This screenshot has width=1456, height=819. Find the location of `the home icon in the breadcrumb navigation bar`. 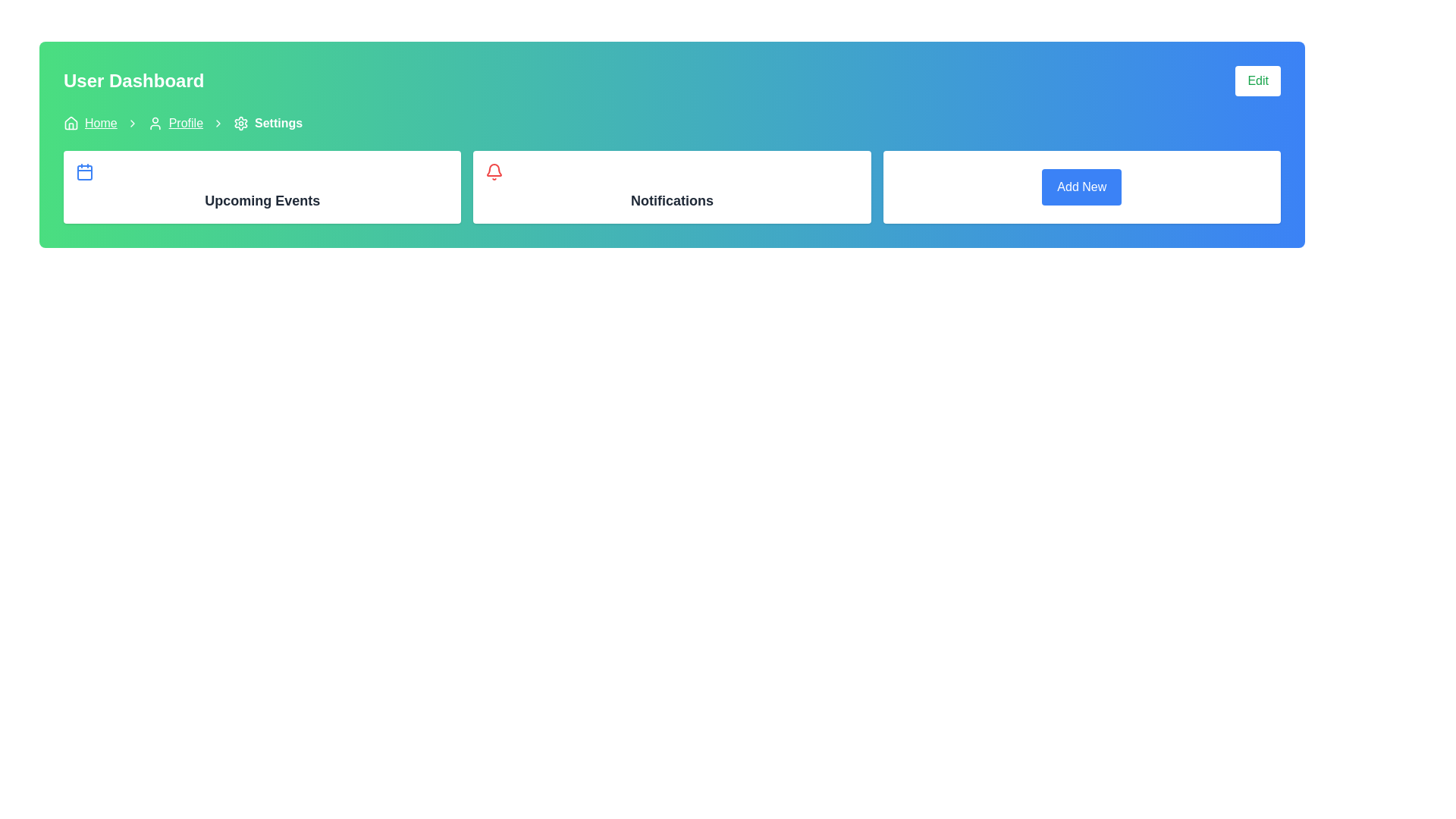

the home icon in the breadcrumb navigation bar is located at coordinates (71, 122).